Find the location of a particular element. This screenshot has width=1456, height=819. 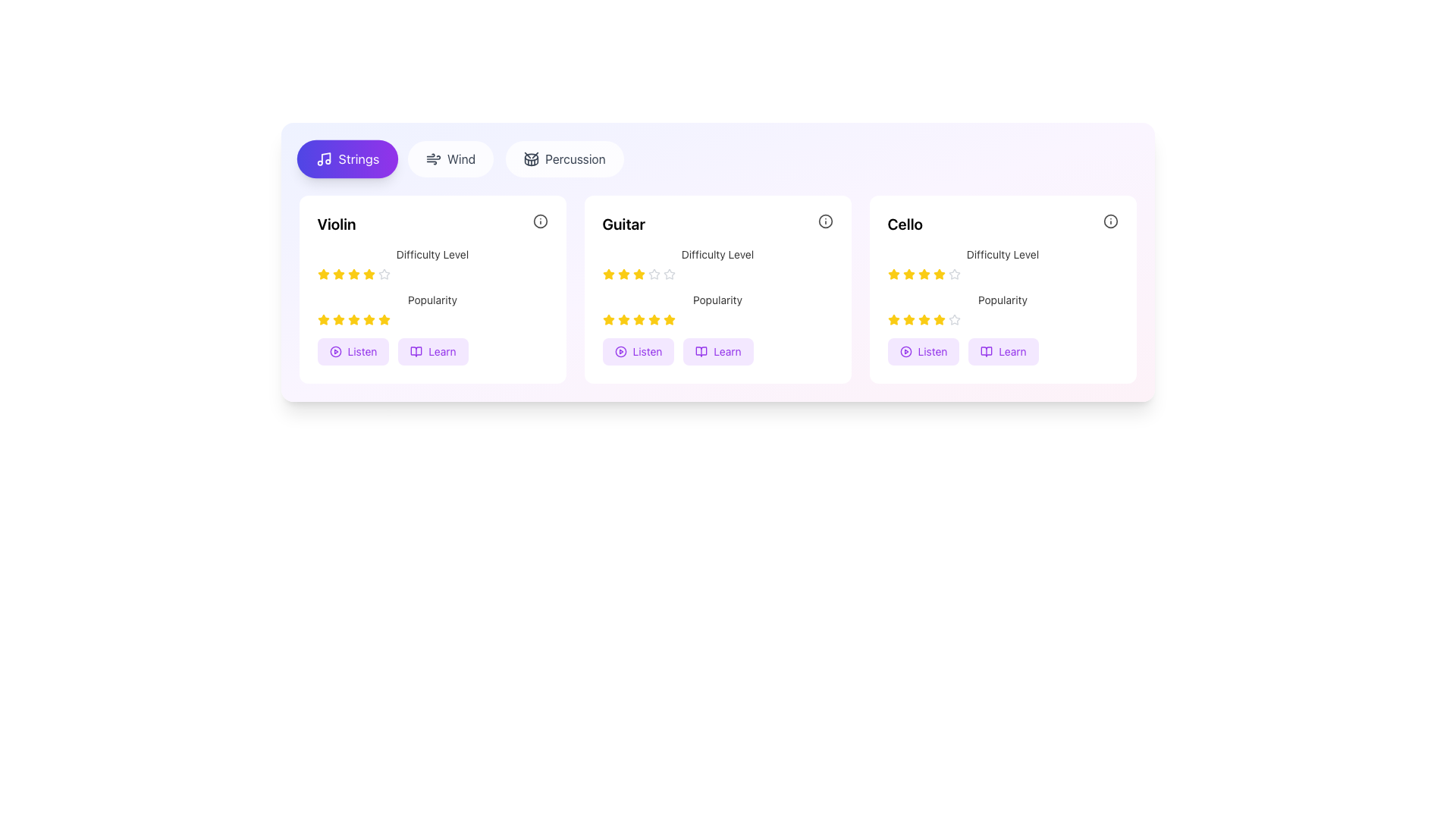

the first yellow star in the 'Difficulty Level' section of the 'Violin' card to interact with the rating is located at coordinates (322, 275).